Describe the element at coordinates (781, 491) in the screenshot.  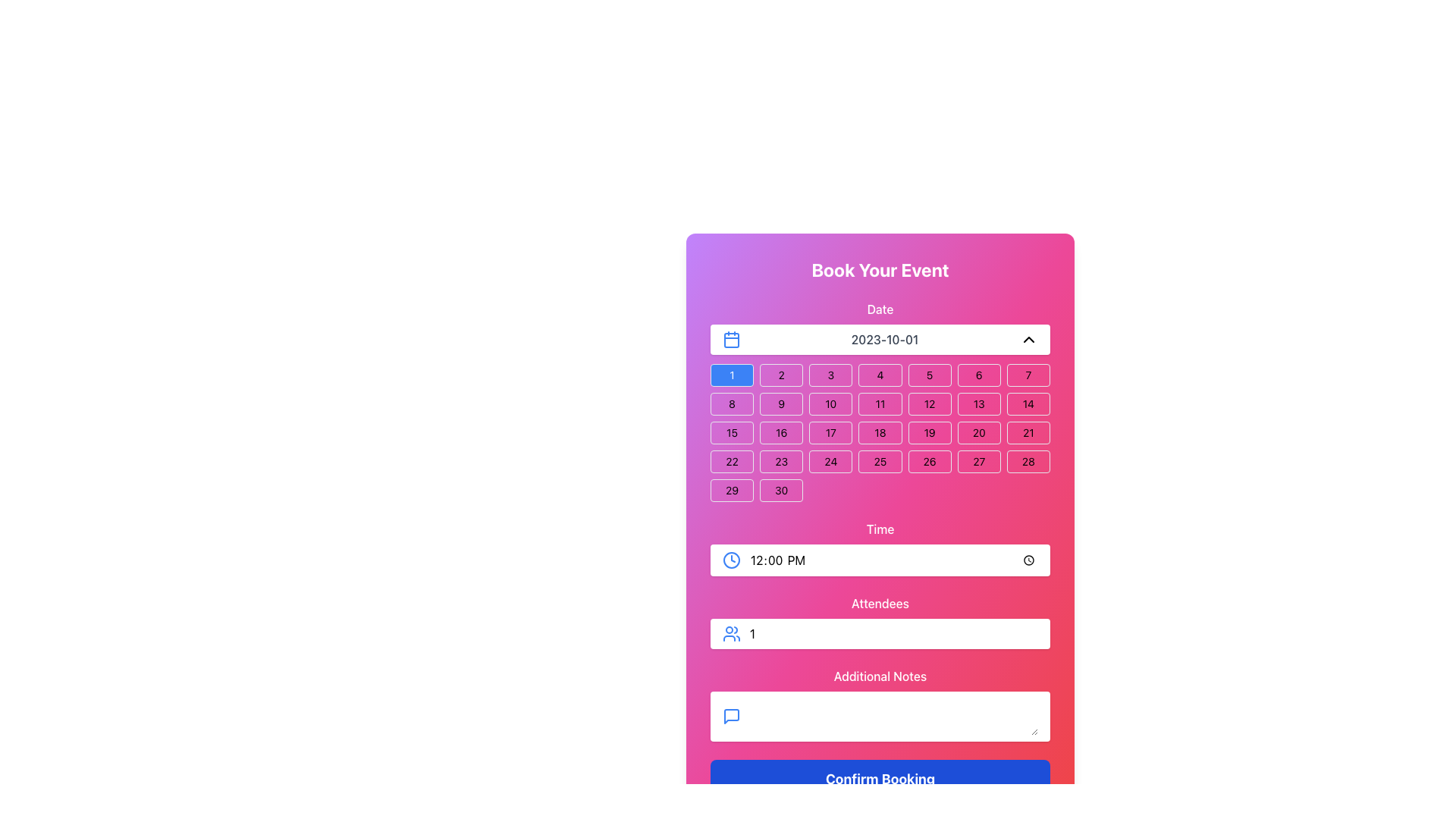
I see `the selectable date button '30' located at the bottom right corner of the calendar grid` at that location.